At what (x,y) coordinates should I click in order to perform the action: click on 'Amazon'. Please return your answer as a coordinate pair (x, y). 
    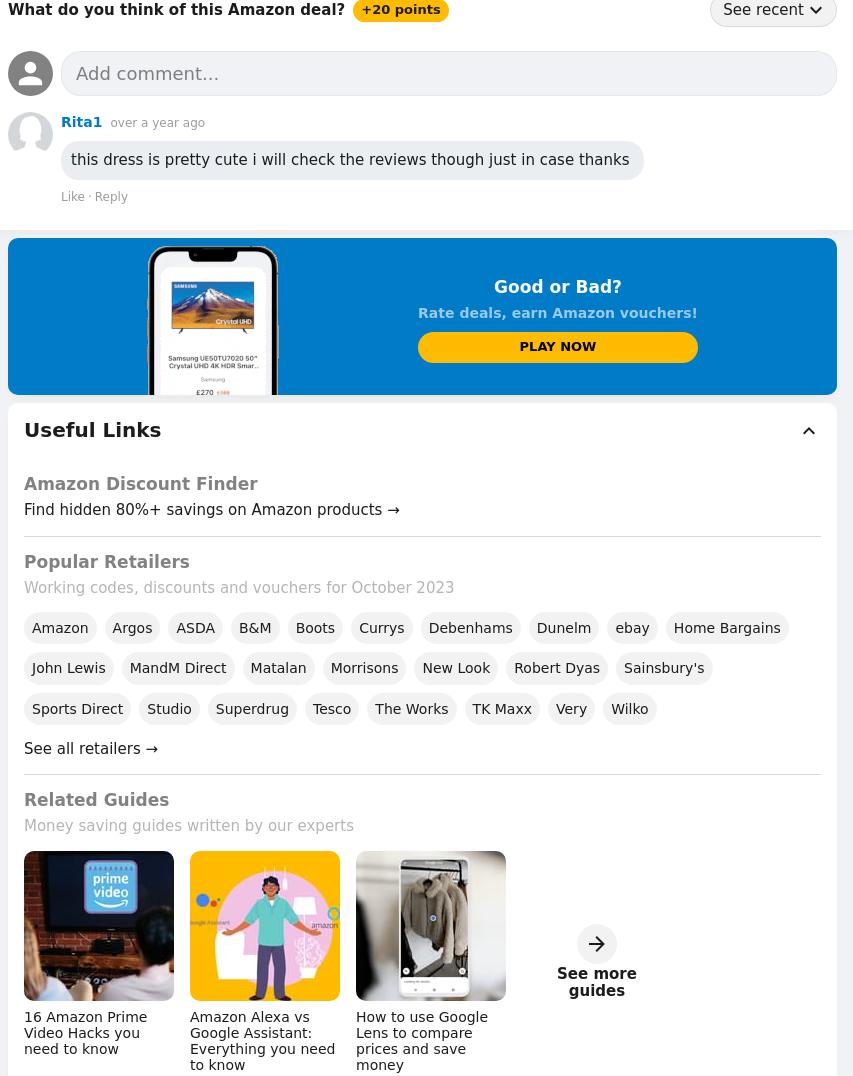
    Looking at the image, I should click on (59, 627).